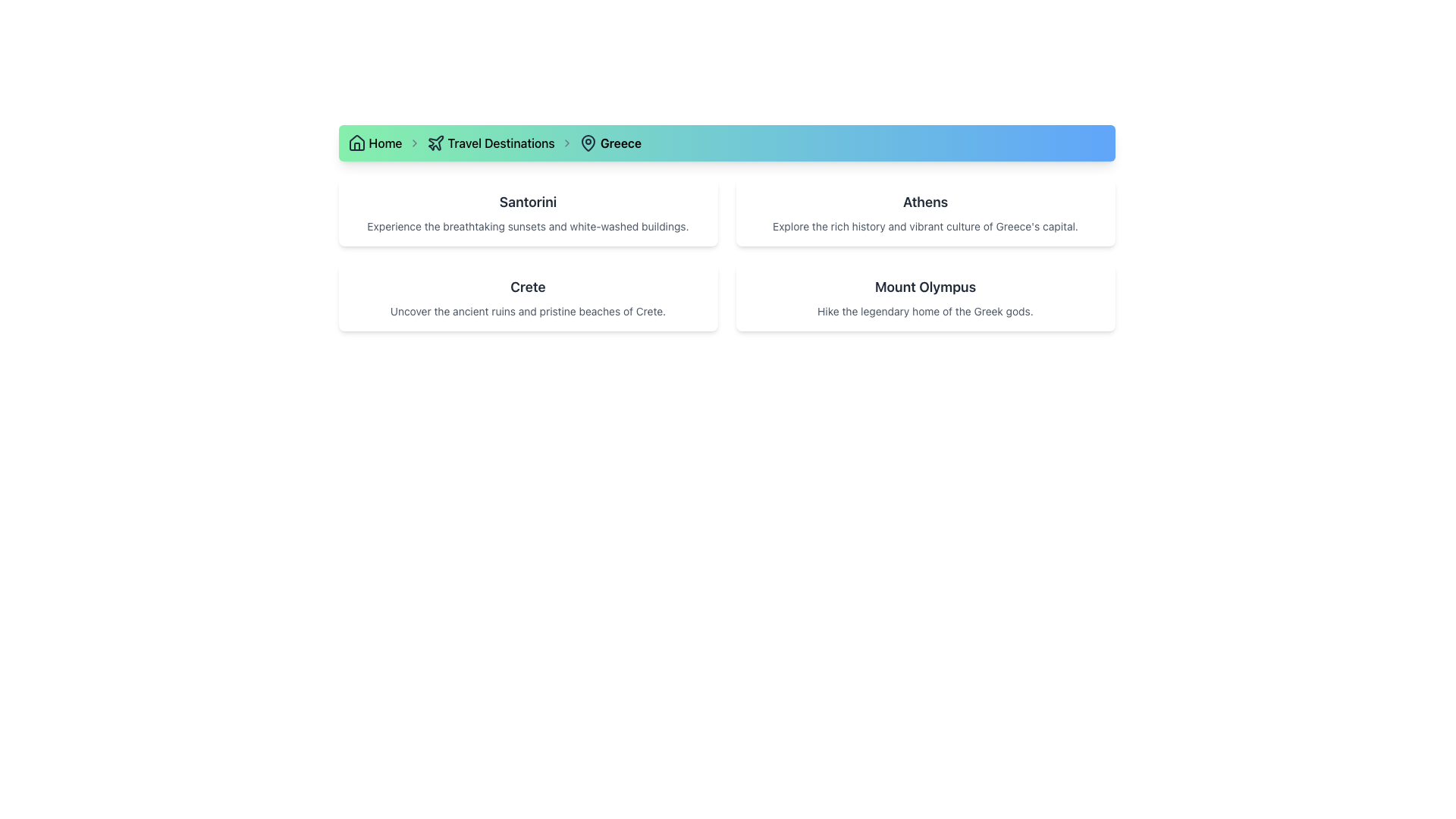  What do you see at coordinates (491, 143) in the screenshot?
I see `the breadcrumb item labeled 'Travel Destinations'` at bounding box center [491, 143].